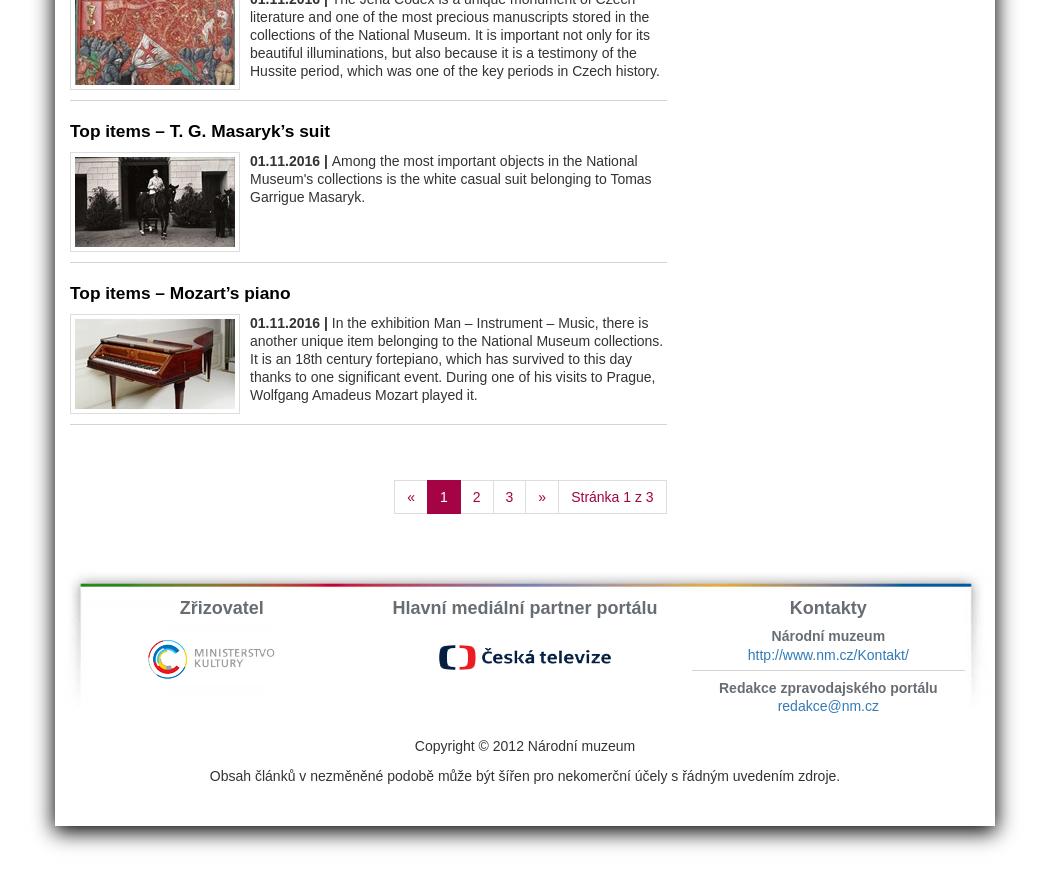 This screenshot has height=874, width=1050. What do you see at coordinates (523, 775) in the screenshot?
I see `'Obsah článků v nezměněné podobě může být šířen pro nekomerční účely s řádným uvedením zdroje.'` at bounding box center [523, 775].